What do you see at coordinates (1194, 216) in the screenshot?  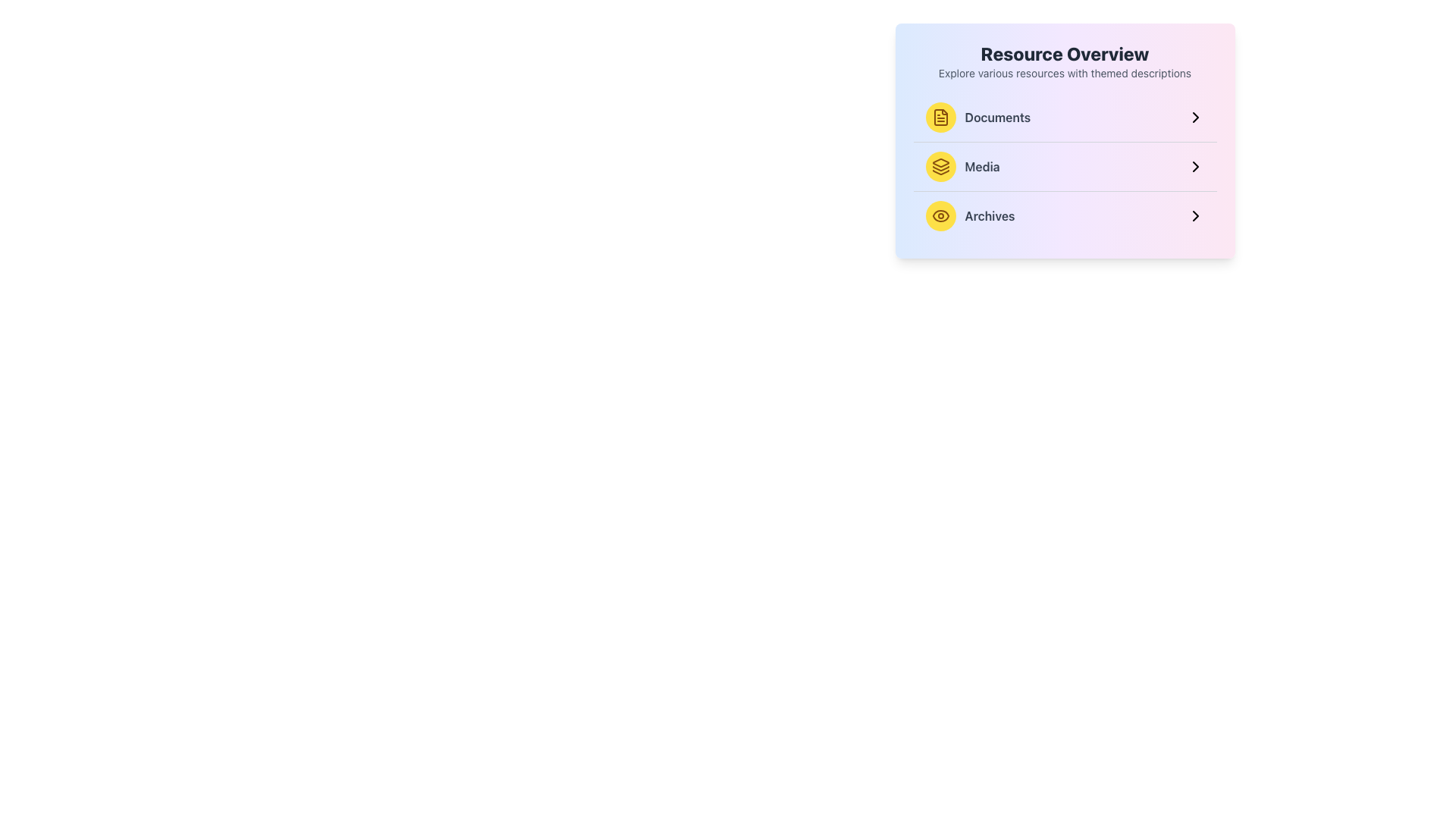 I see `the navigational button located at the far right of the 'Archives' row in the 'Resource Overview' section to proceed to more details` at bounding box center [1194, 216].